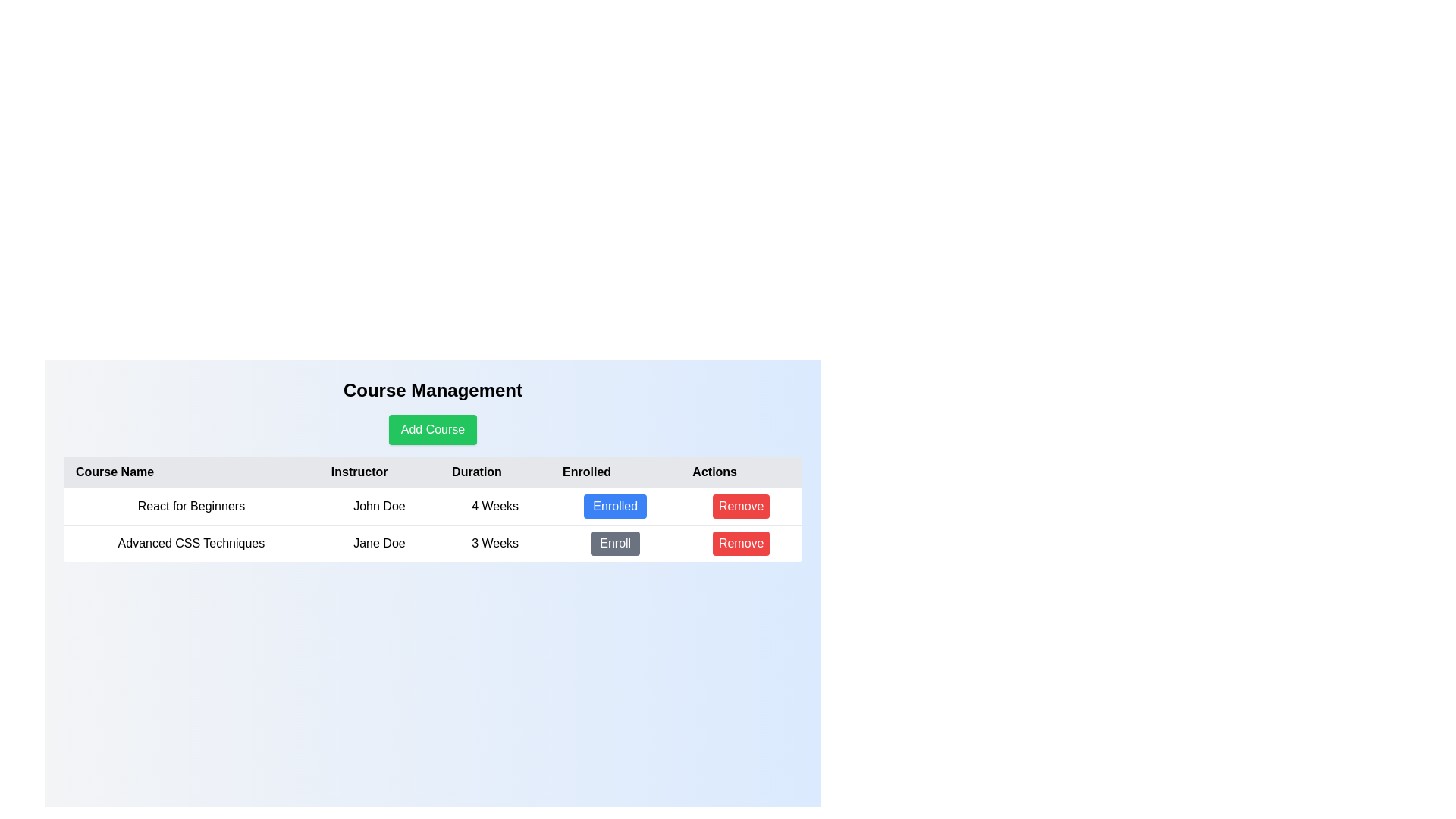 The image size is (1456, 819). What do you see at coordinates (615, 543) in the screenshot?
I see `the button in the 'Enrolled' column for the course 'Advanced CSS Techniques' instructed by Jane Doe` at bounding box center [615, 543].